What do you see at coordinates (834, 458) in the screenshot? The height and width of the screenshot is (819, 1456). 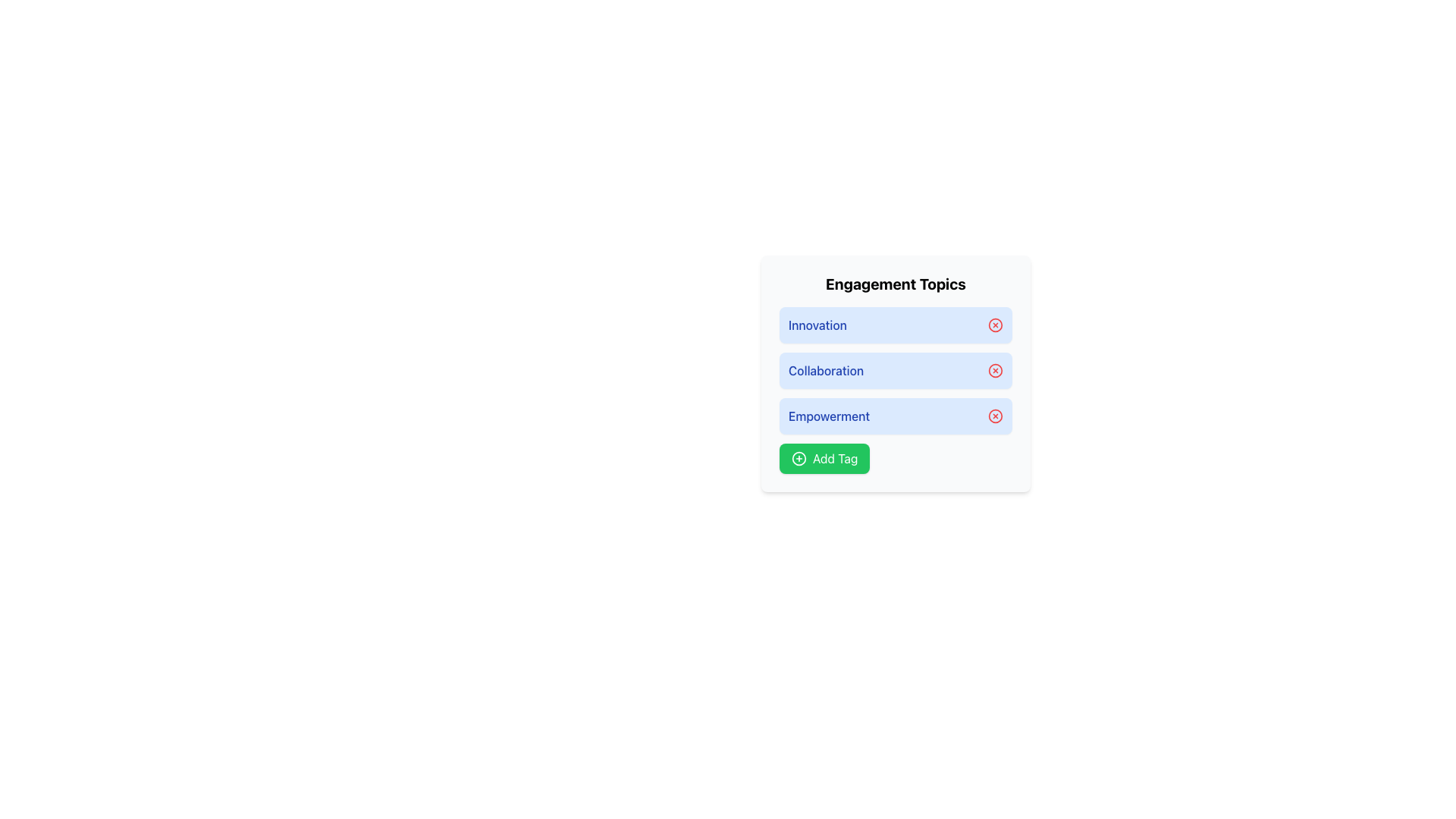 I see `'Add Tag' text label element, styled with a white font on a green button, located in the bottom-right corner of the 'Engagement Topics' section, using developer tools` at bounding box center [834, 458].